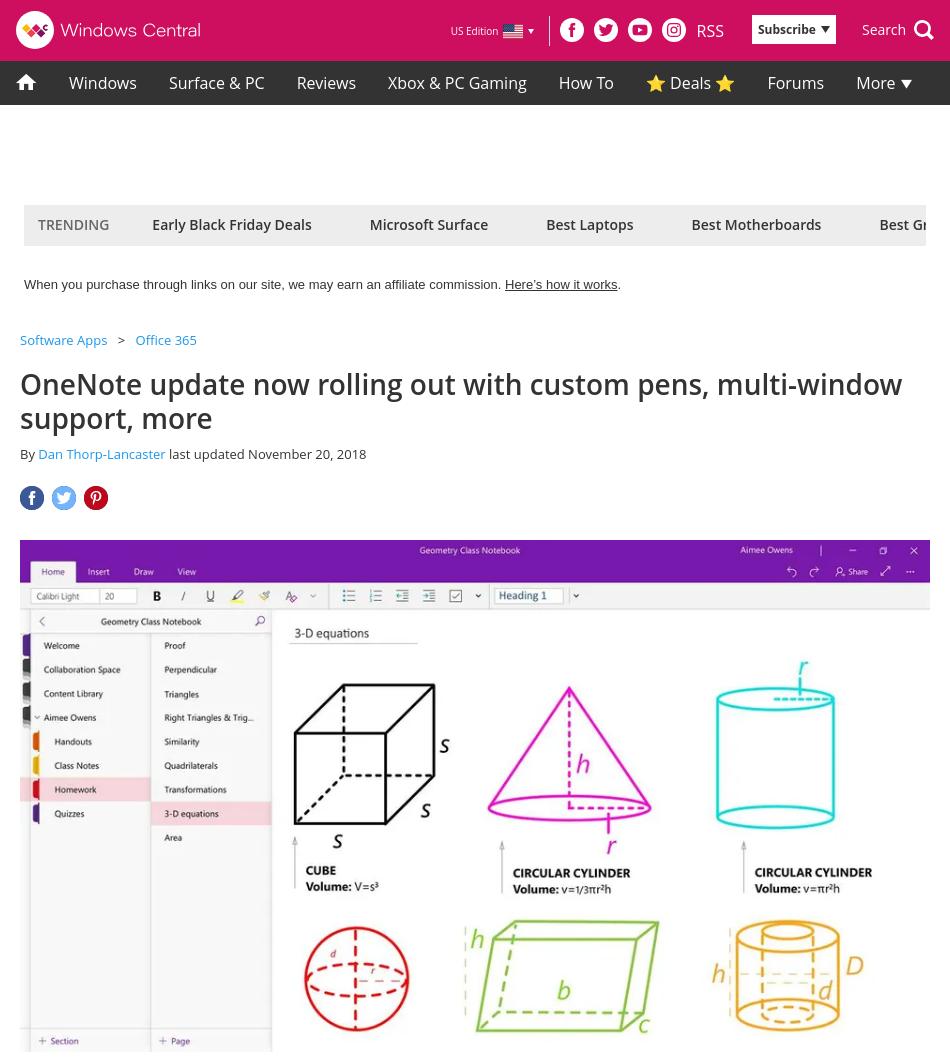 The width and height of the screenshot is (950, 1057). I want to click on 'Early Black Friday Deals', so click(231, 224).